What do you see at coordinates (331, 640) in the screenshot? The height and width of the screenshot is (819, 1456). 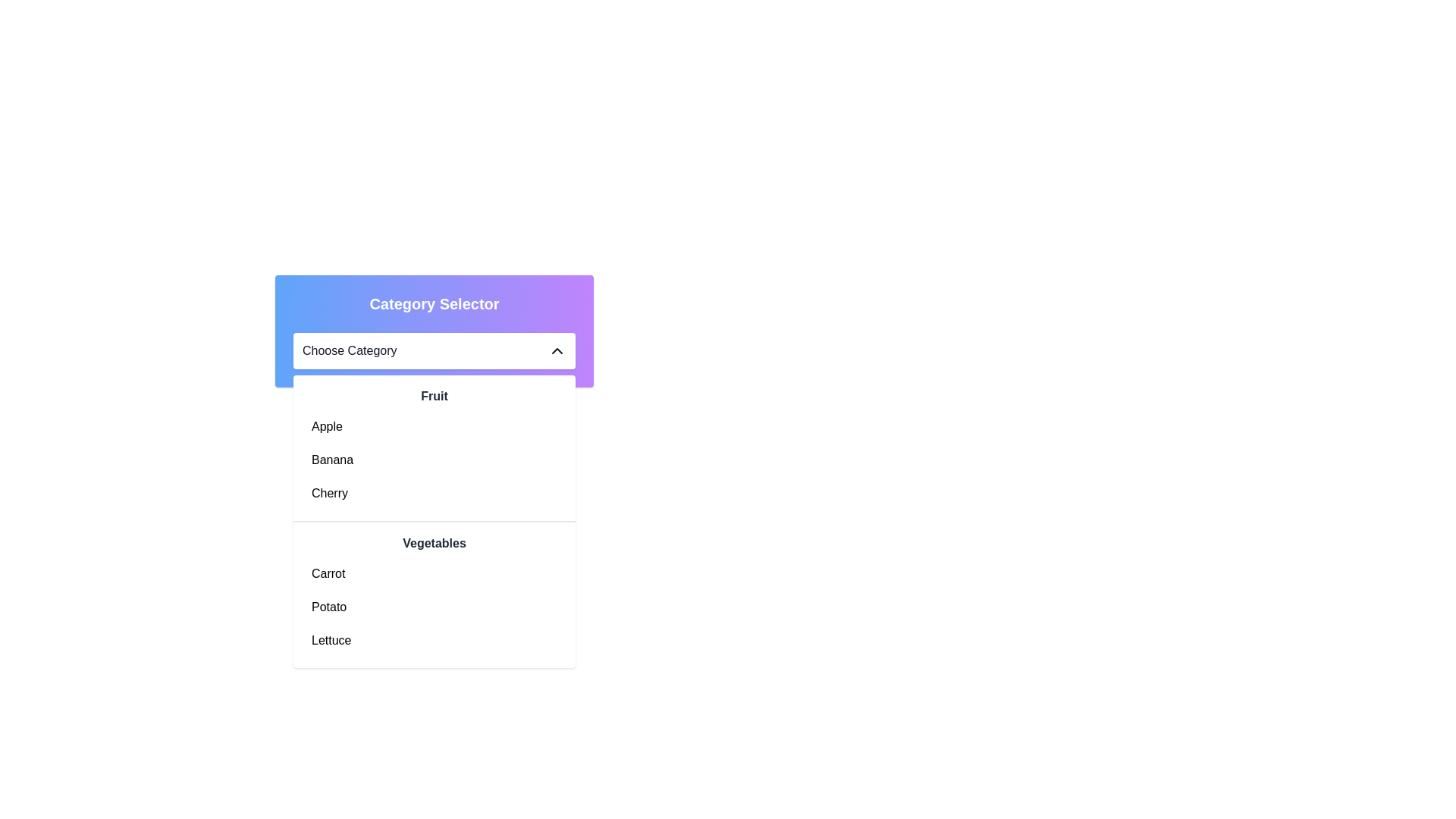 I see `the third label in the 'Vegetables' section of the dropdown list, which represents a non-interactive textual description following 'Carrot' and 'Potato'` at bounding box center [331, 640].